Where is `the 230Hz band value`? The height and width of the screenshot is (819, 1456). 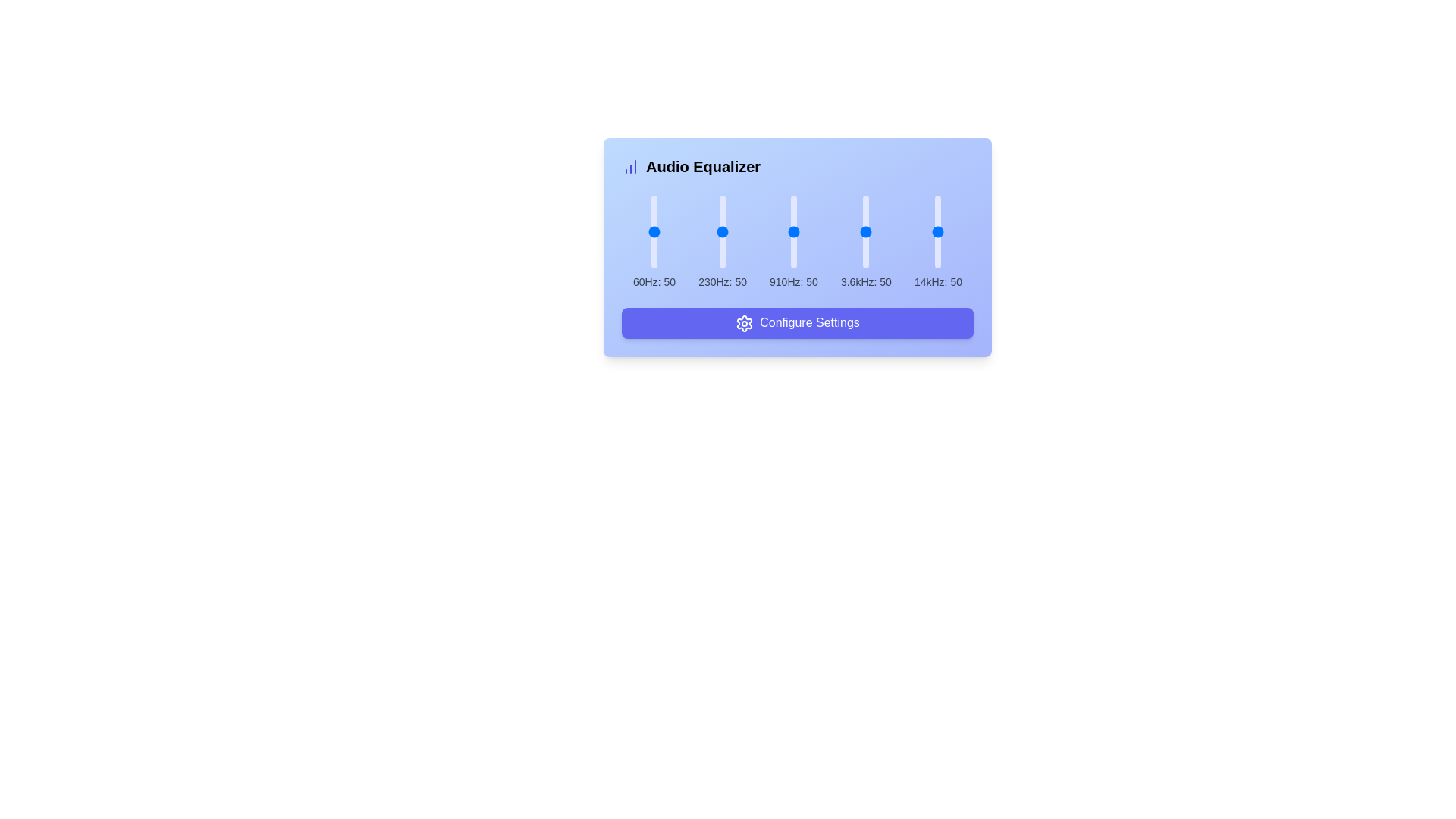
the 230Hz band value is located at coordinates (722, 240).